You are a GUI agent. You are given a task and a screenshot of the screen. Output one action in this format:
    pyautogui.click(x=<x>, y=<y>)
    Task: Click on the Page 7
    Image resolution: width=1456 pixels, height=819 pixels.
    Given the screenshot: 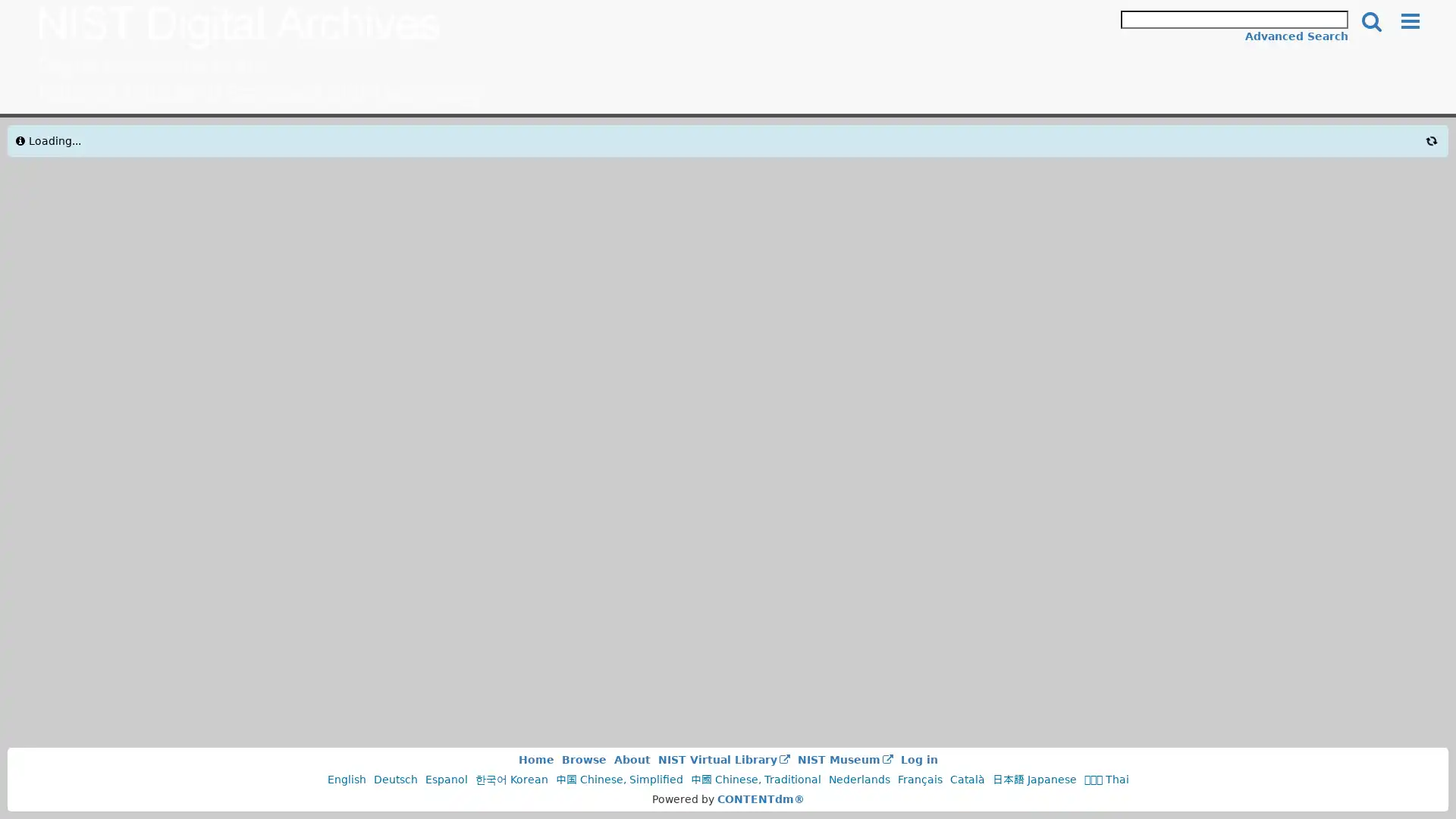 What is the action you would take?
    pyautogui.click(x=986, y=265)
    